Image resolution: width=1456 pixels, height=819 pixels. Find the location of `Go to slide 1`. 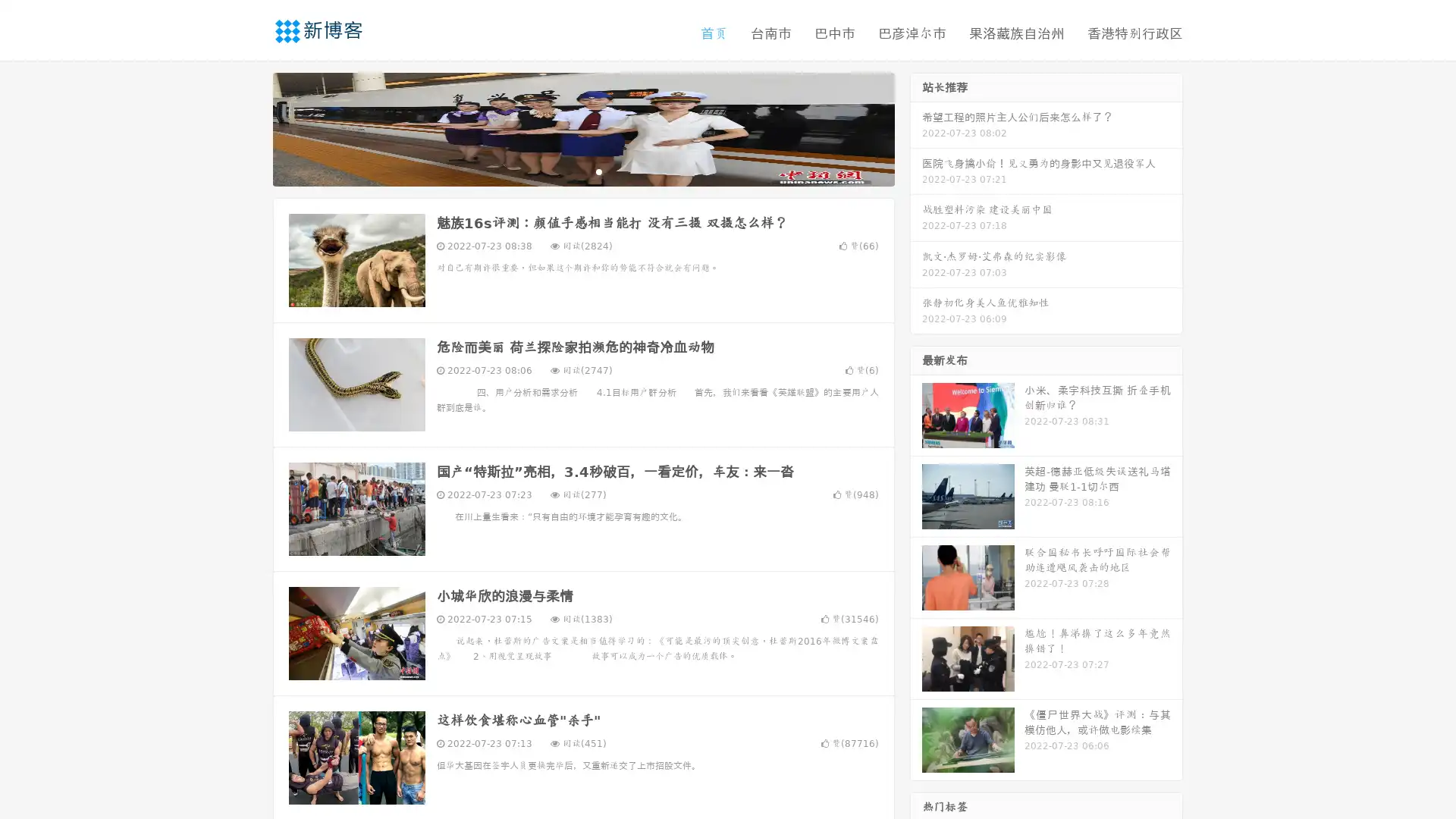

Go to slide 1 is located at coordinates (567, 171).